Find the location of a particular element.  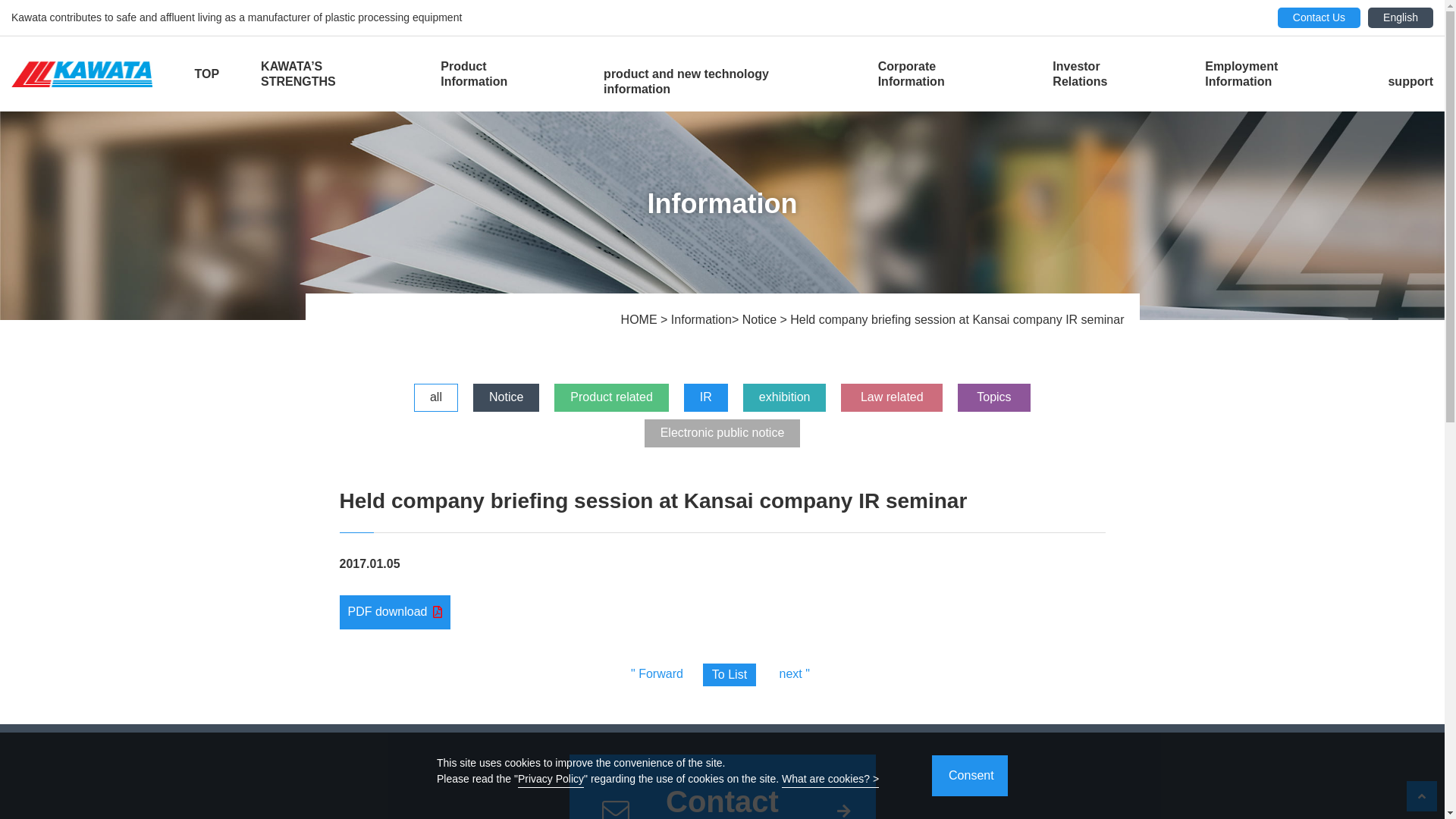

'Corporate Information  ' is located at coordinates (944, 74).